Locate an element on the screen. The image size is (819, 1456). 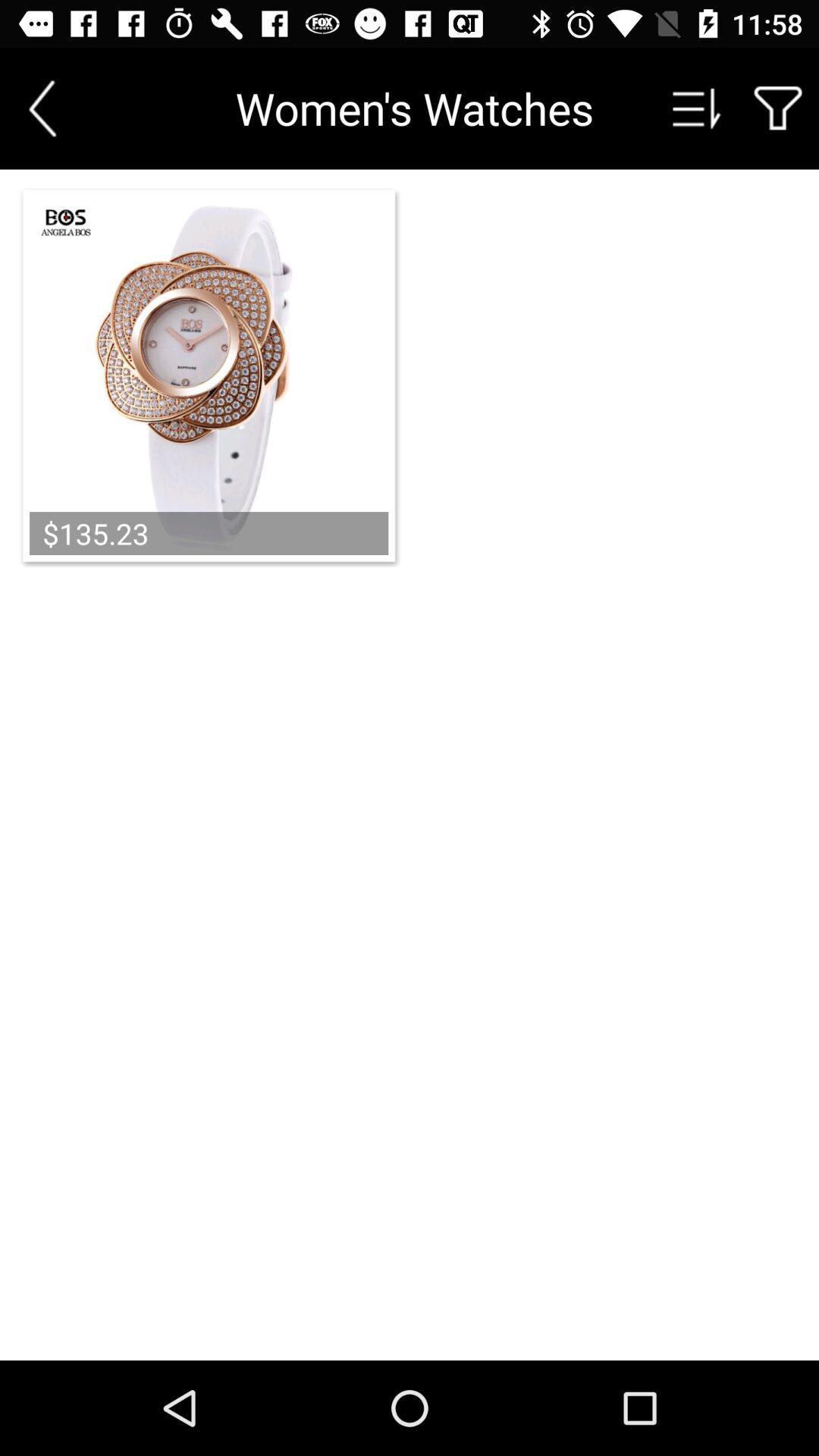
the arrow_backward icon is located at coordinates (42, 108).